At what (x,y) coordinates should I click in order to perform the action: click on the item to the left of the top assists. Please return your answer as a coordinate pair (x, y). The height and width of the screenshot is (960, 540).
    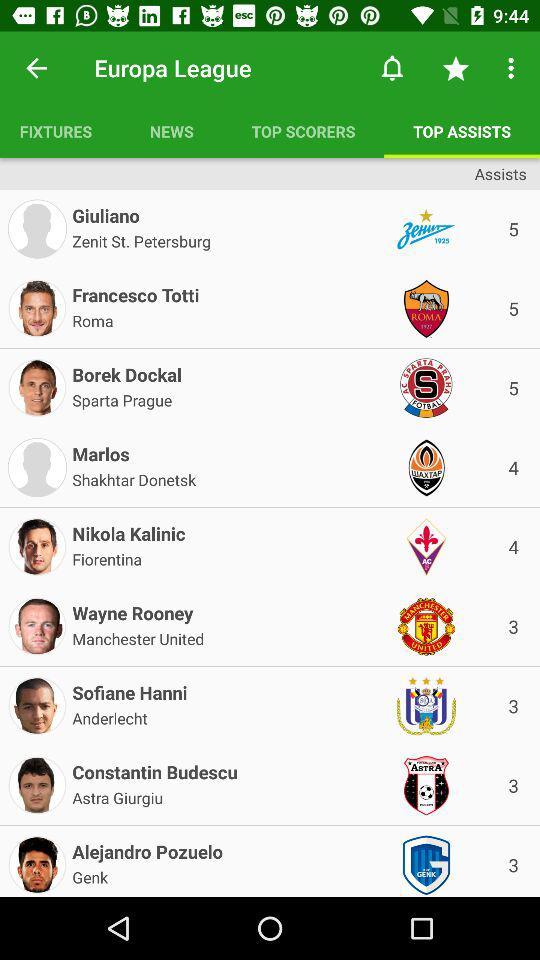
    Looking at the image, I should click on (302, 130).